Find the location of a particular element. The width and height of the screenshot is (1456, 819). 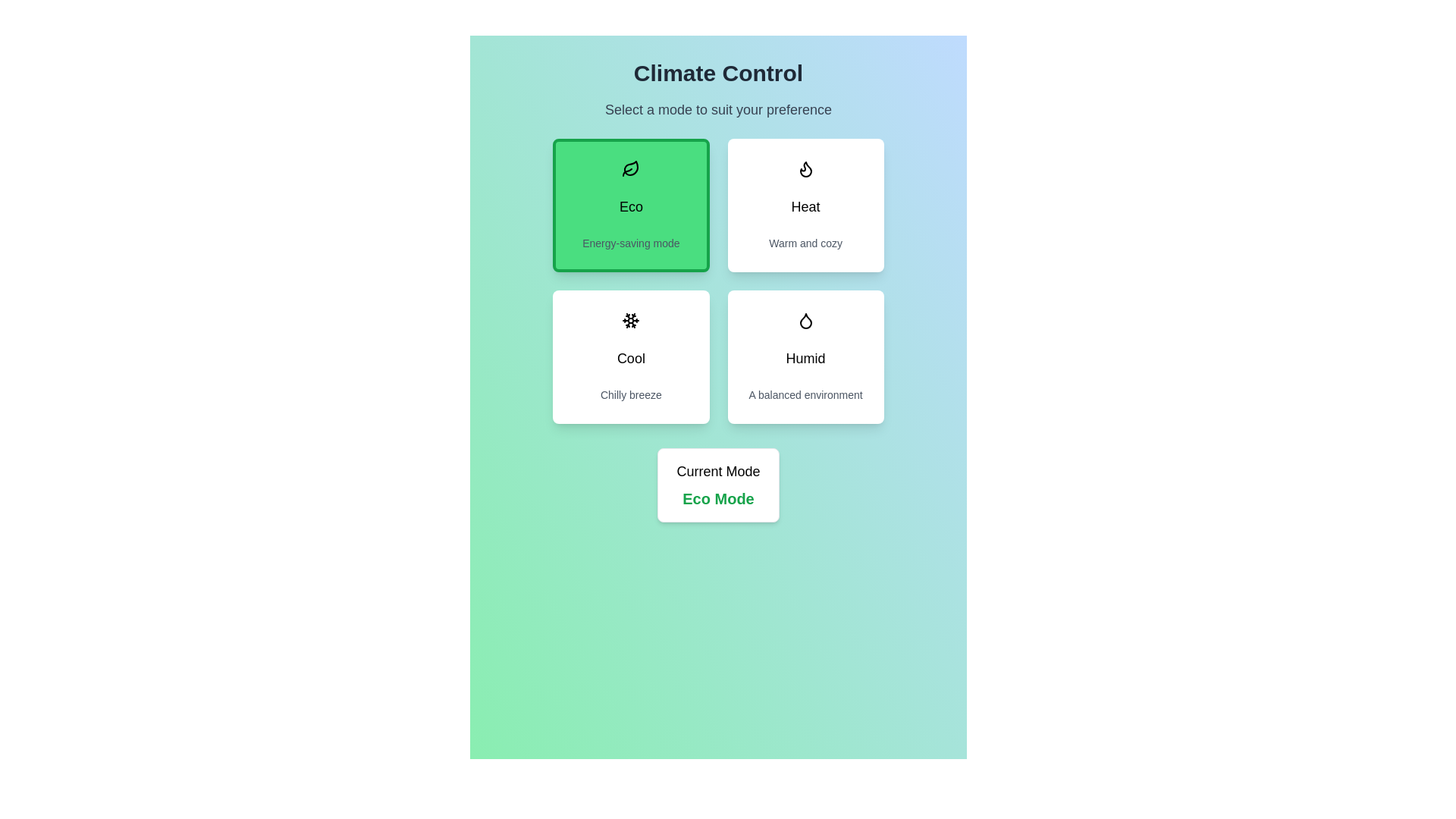

the button corresponding to the mode Humid is located at coordinates (804, 356).